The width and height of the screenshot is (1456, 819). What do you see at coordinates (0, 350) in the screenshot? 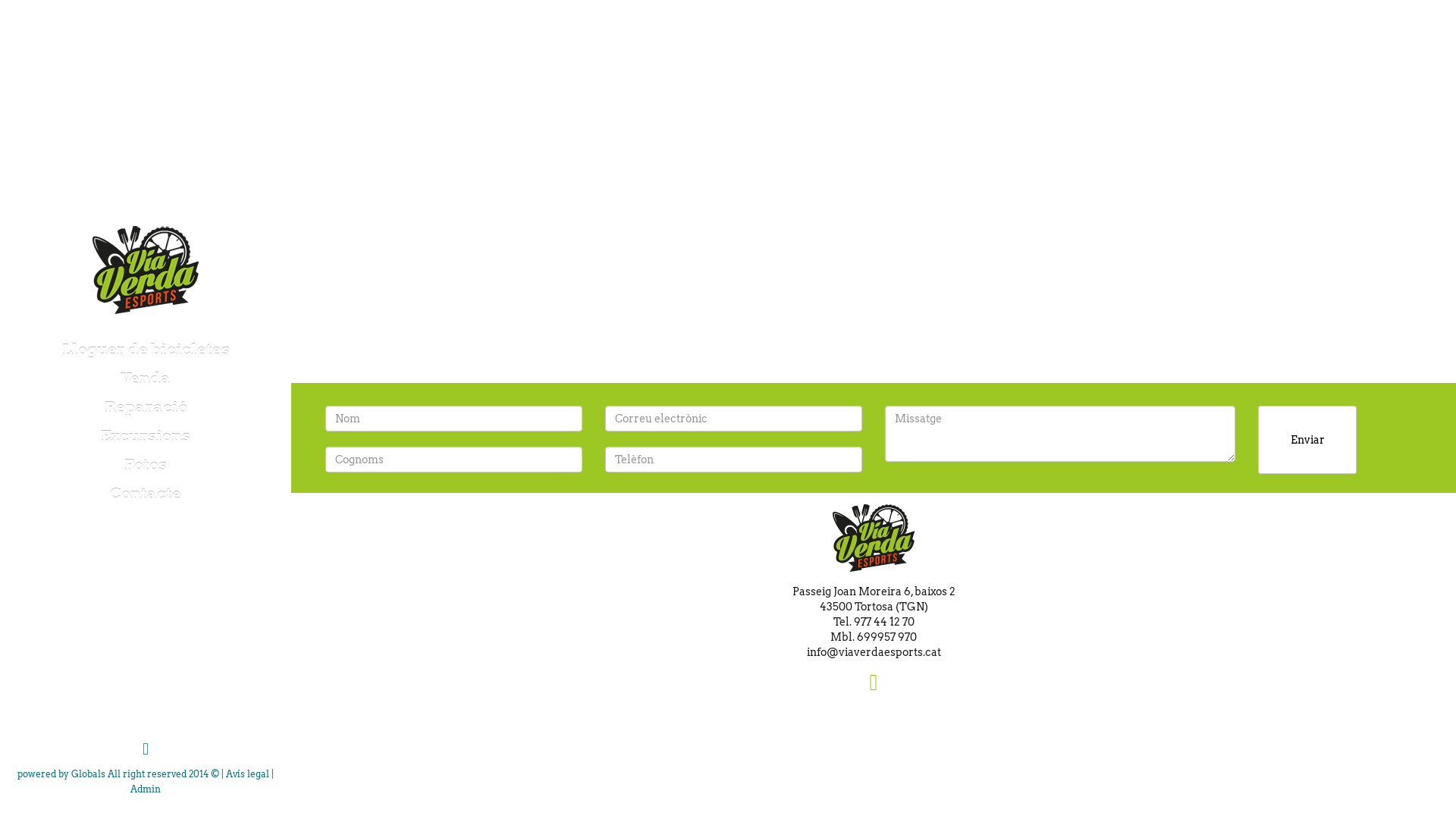
I see `'Lloguer de bicicletes'` at bounding box center [0, 350].